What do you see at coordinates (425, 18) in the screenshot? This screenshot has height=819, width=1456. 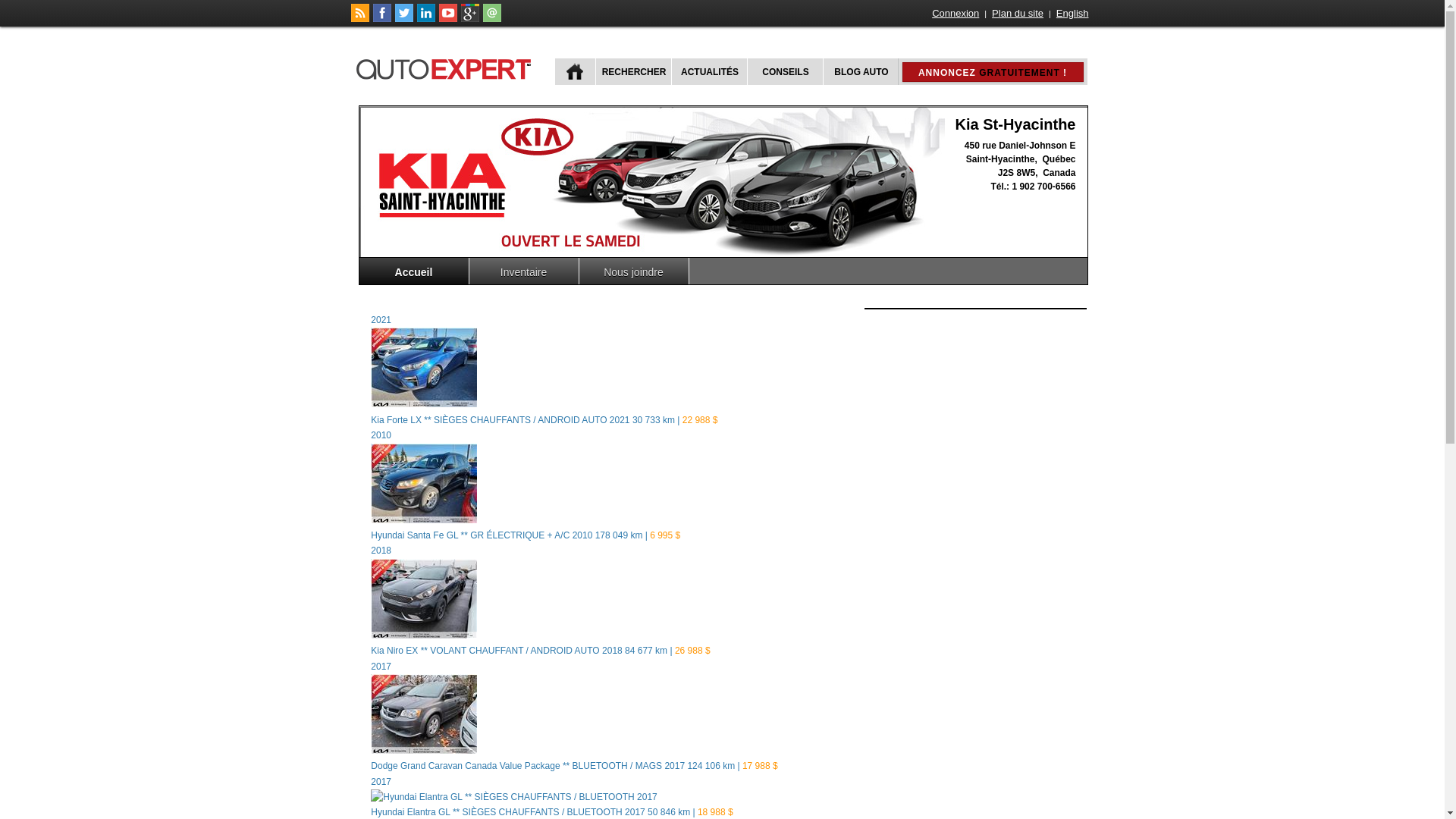 I see `'Suivez Publications Le Guide Inc. sur LinkedIn'` at bounding box center [425, 18].